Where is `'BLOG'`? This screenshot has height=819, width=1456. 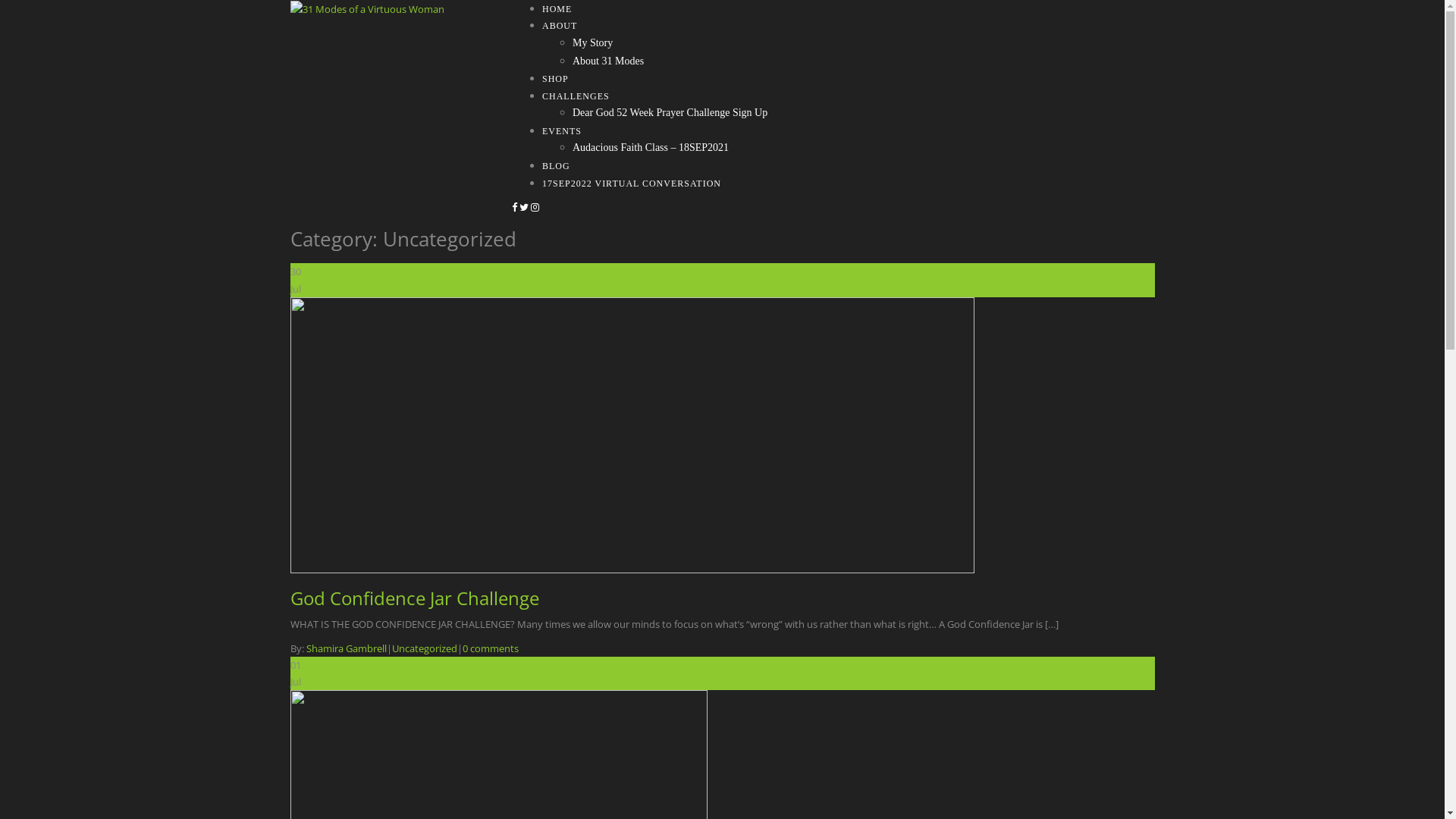
'BLOG' is located at coordinates (555, 166).